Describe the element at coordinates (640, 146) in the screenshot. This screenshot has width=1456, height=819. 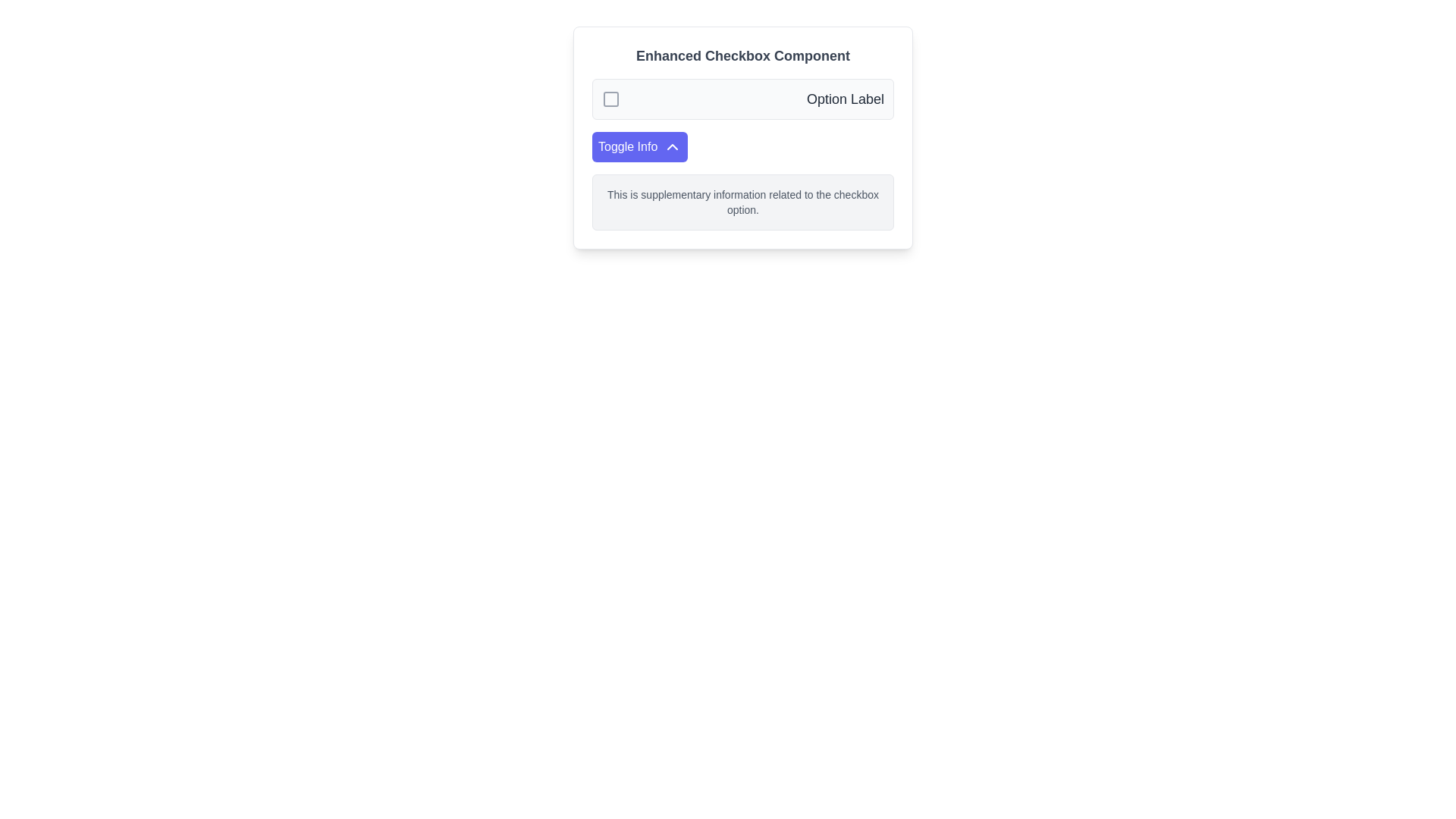
I see `the 'Toggle Info' button, which is a rectangular button with rounded corners, vibrant indigo background, and white text, located below the 'Option Label' checkbox area` at that location.